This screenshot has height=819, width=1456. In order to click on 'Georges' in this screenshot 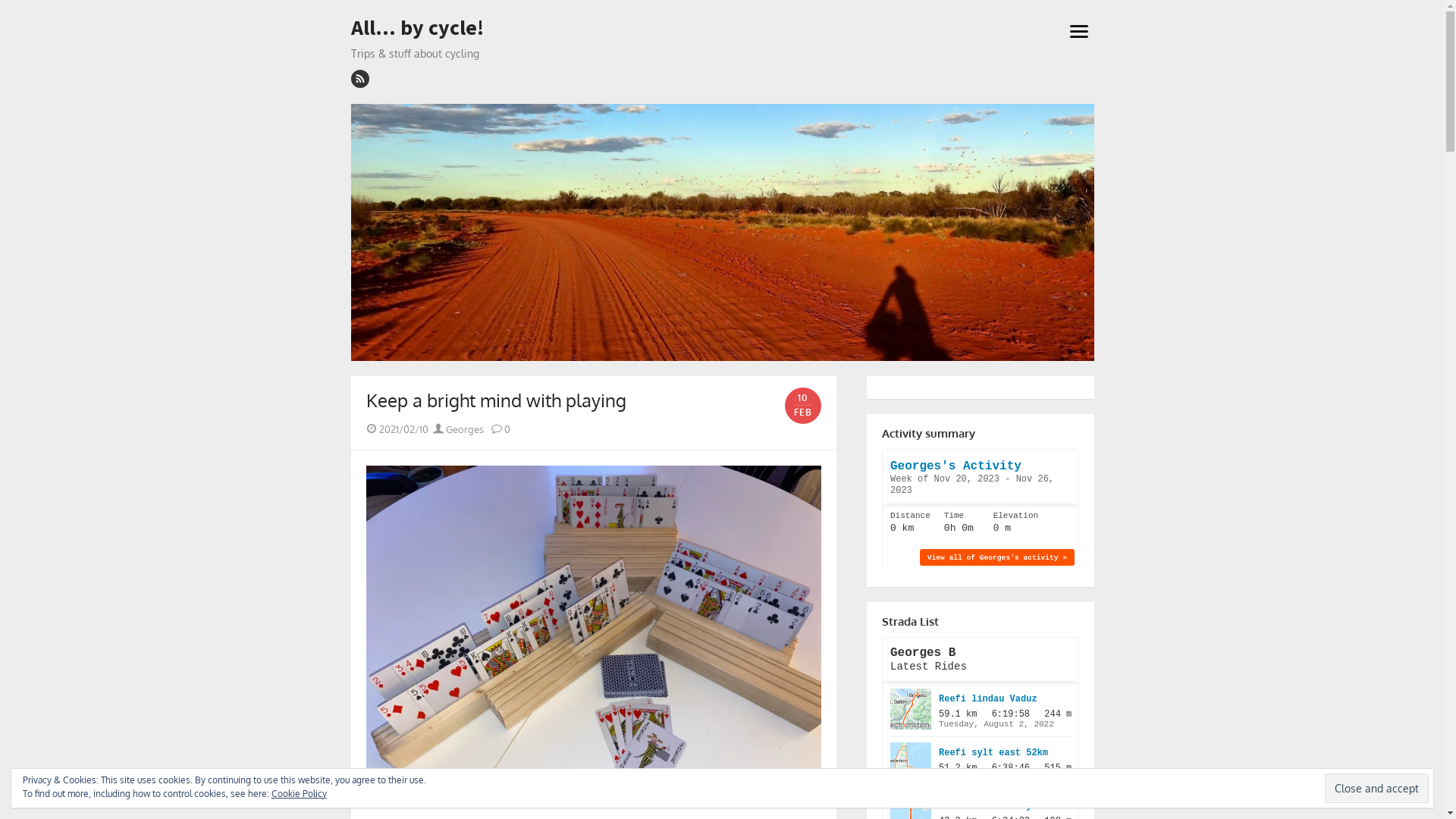, I will do `click(432, 429)`.